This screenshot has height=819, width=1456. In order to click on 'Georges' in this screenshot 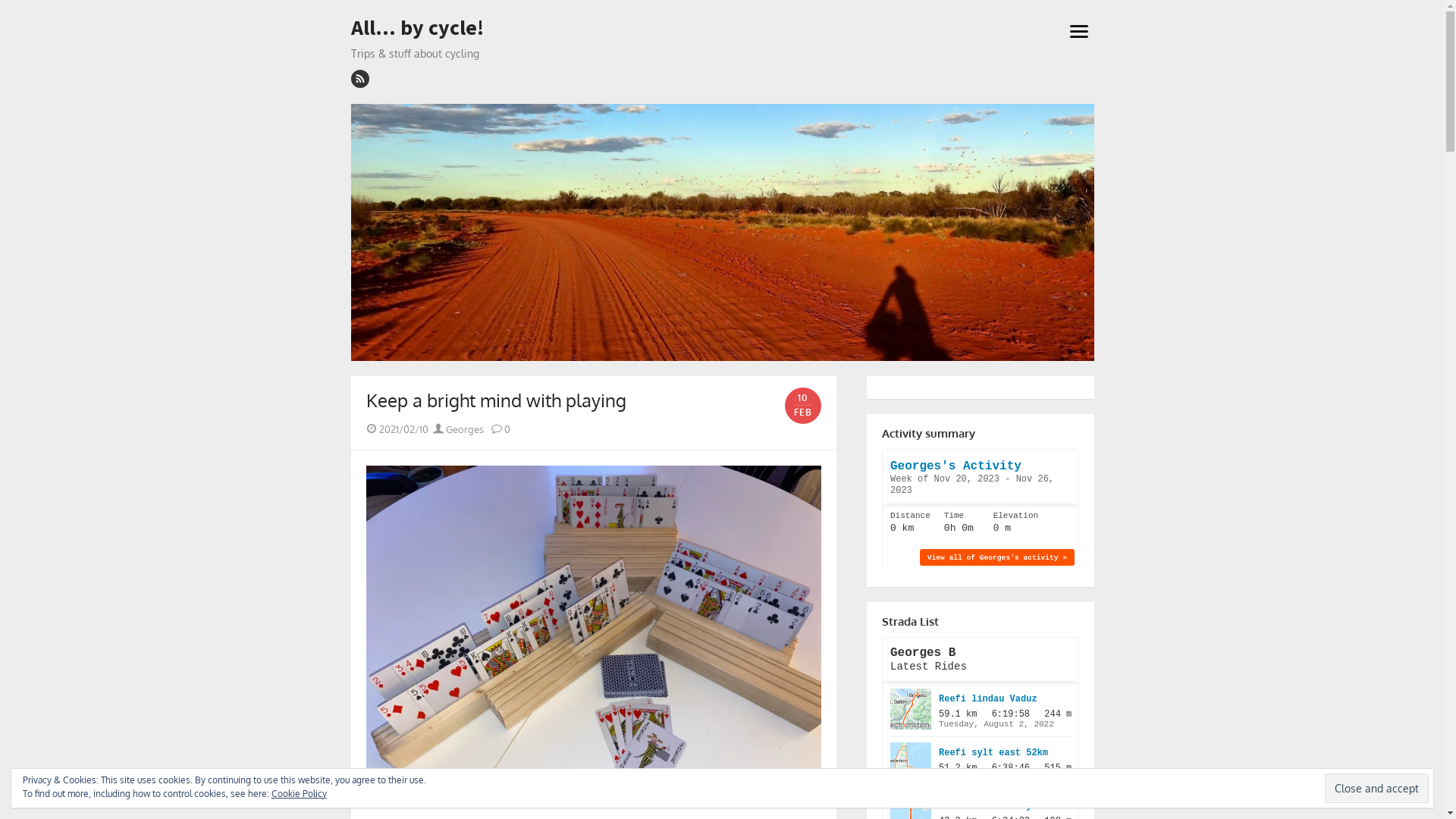, I will do `click(432, 429)`.